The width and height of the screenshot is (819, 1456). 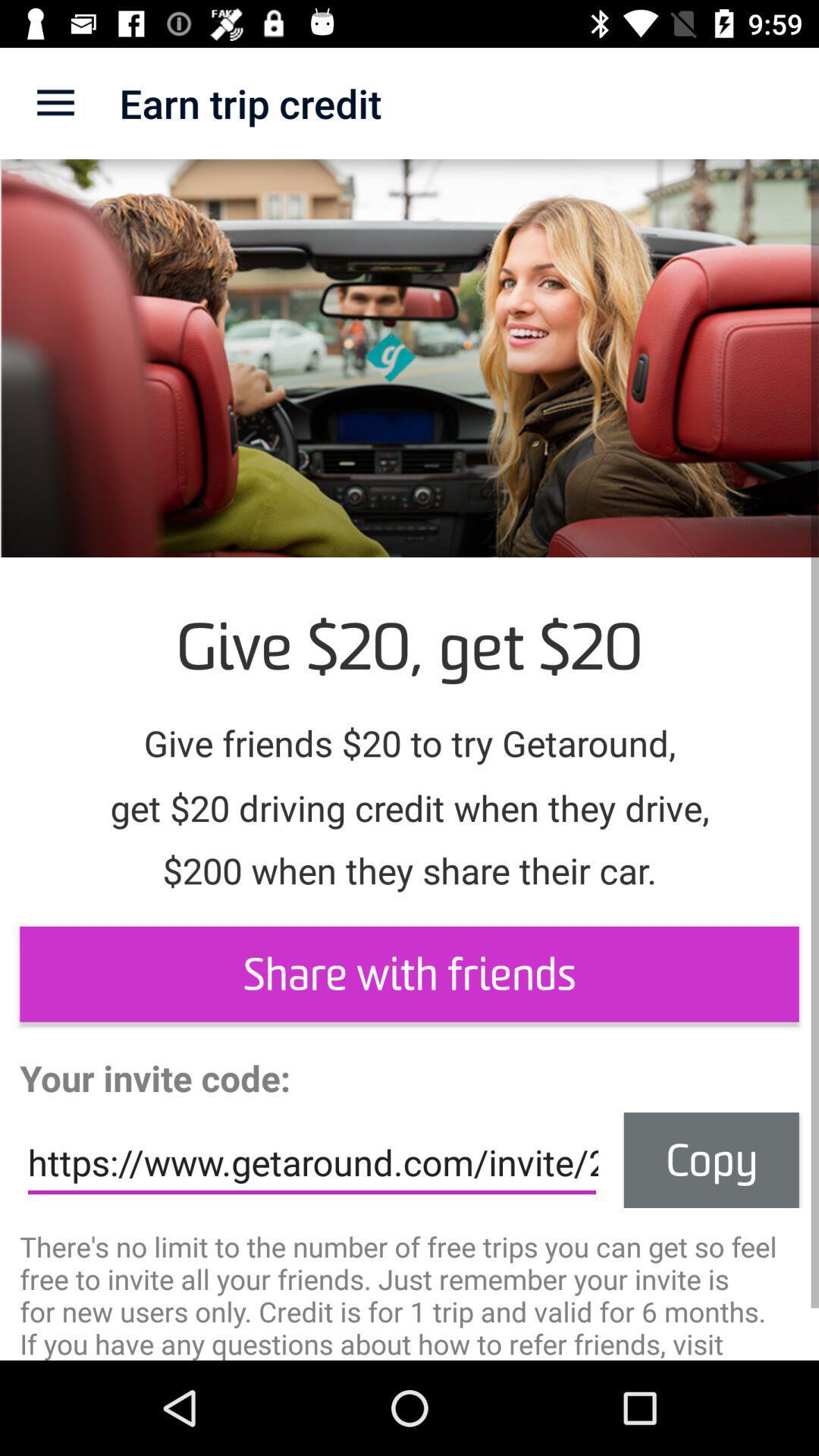 I want to click on the icon below the share with friends icon, so click(x=711, y=1159).